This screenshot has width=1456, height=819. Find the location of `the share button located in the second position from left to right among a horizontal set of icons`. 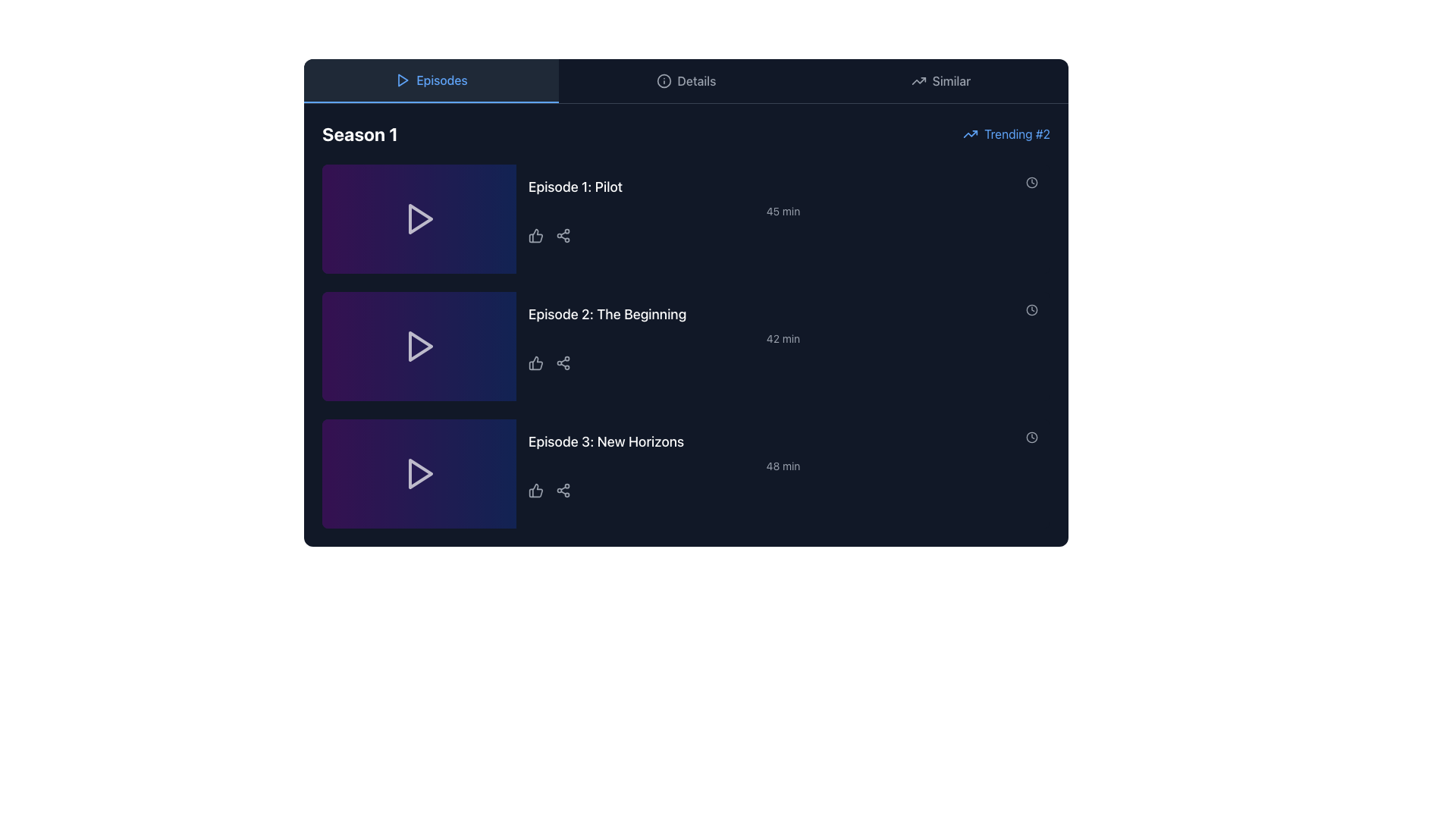

the share button located in the second position from left to right among a horizontal set of icons is located at coordinates (563, 491).